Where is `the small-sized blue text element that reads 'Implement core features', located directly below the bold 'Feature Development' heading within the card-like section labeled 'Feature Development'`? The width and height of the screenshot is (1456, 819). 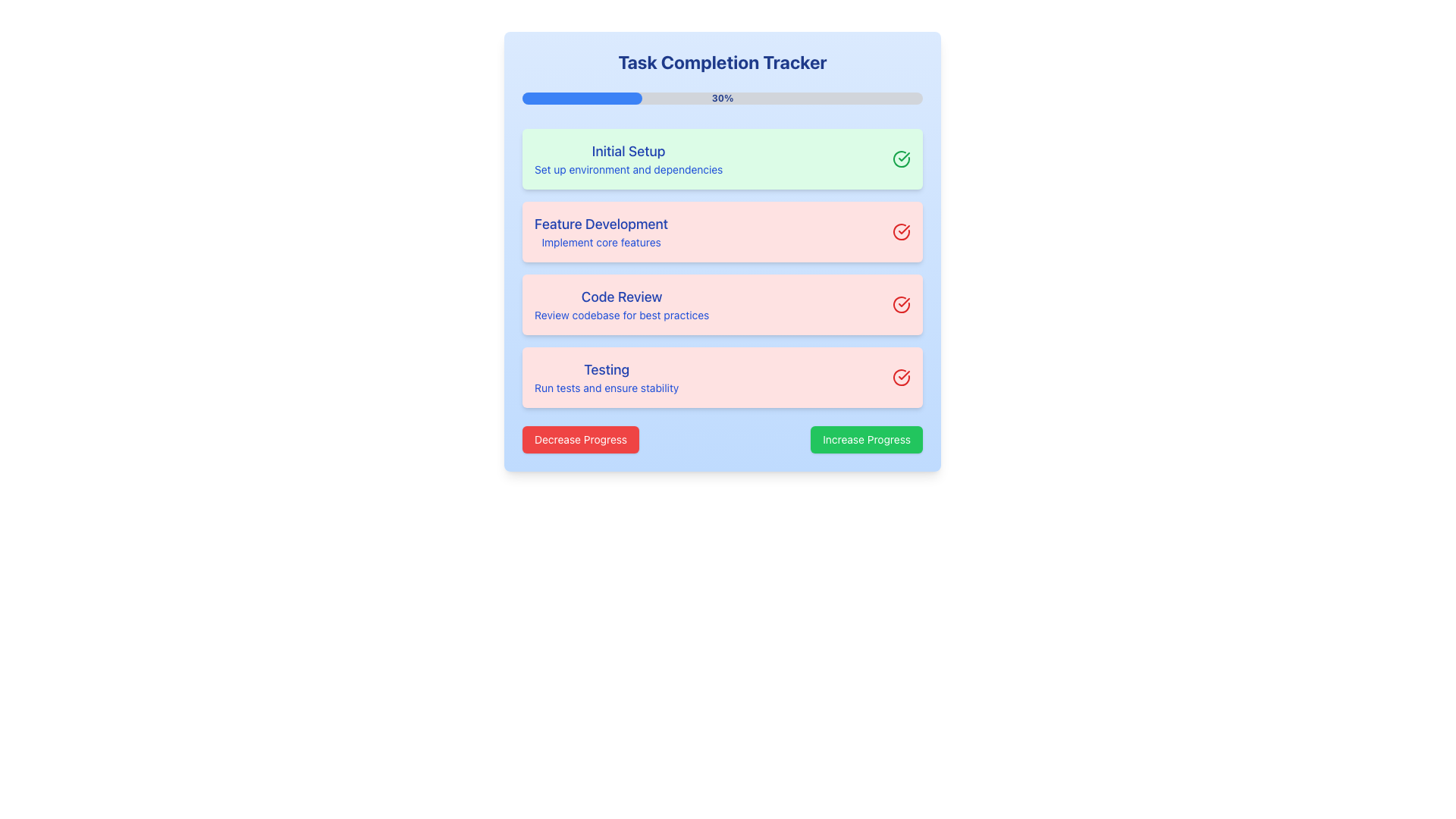 the small-sized blue text element that reads 'Implement core features', located directly below the bold 'Feature Development' heading within the card-like section labeled 'Feature Development' is located at coordinates (601, 242).